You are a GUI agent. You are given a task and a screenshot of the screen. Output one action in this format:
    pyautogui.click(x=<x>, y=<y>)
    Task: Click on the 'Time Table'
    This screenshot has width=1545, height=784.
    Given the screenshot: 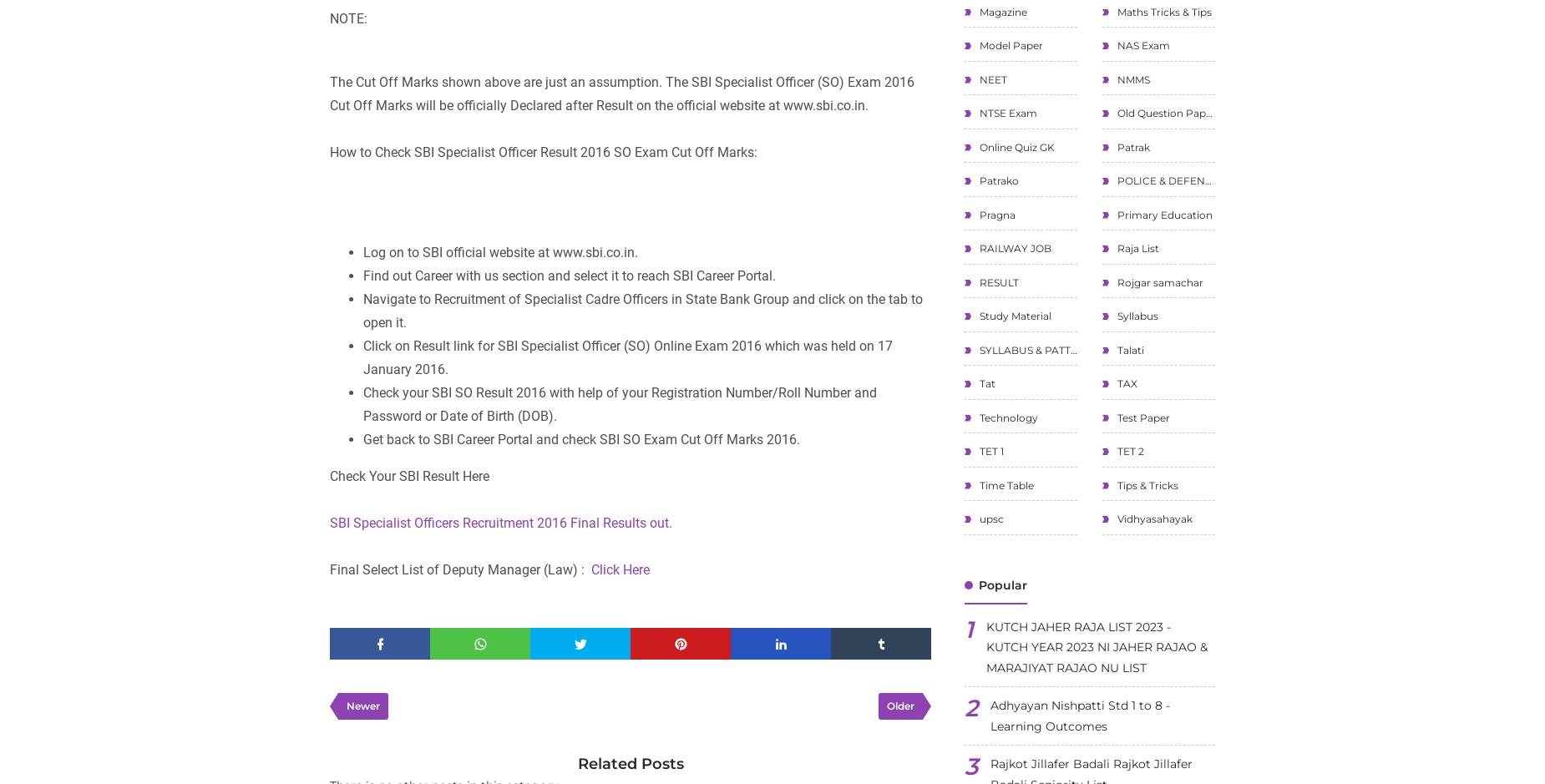 What is the action you would take?
    pyautogui.click(x=975, y=484)
    